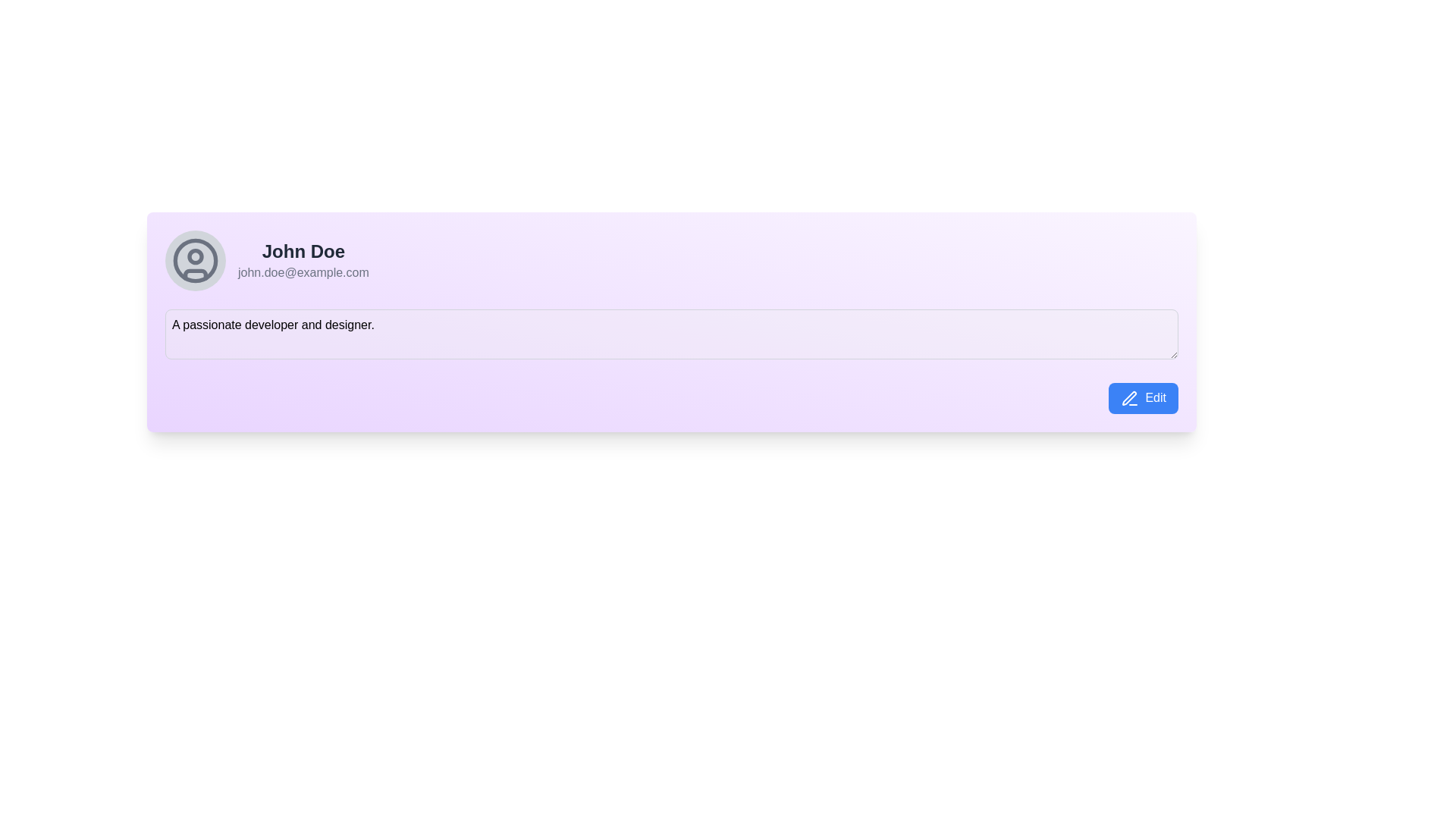 Image resolution: width=1456 pixels, height=819 pixels. What do you see at coordinates (1144, 397) in the screenshot?
I see `the button located in the bottom right corner of the user profile details section to initiate the editing action for modifying user details` at bounding box center [1144, 397].